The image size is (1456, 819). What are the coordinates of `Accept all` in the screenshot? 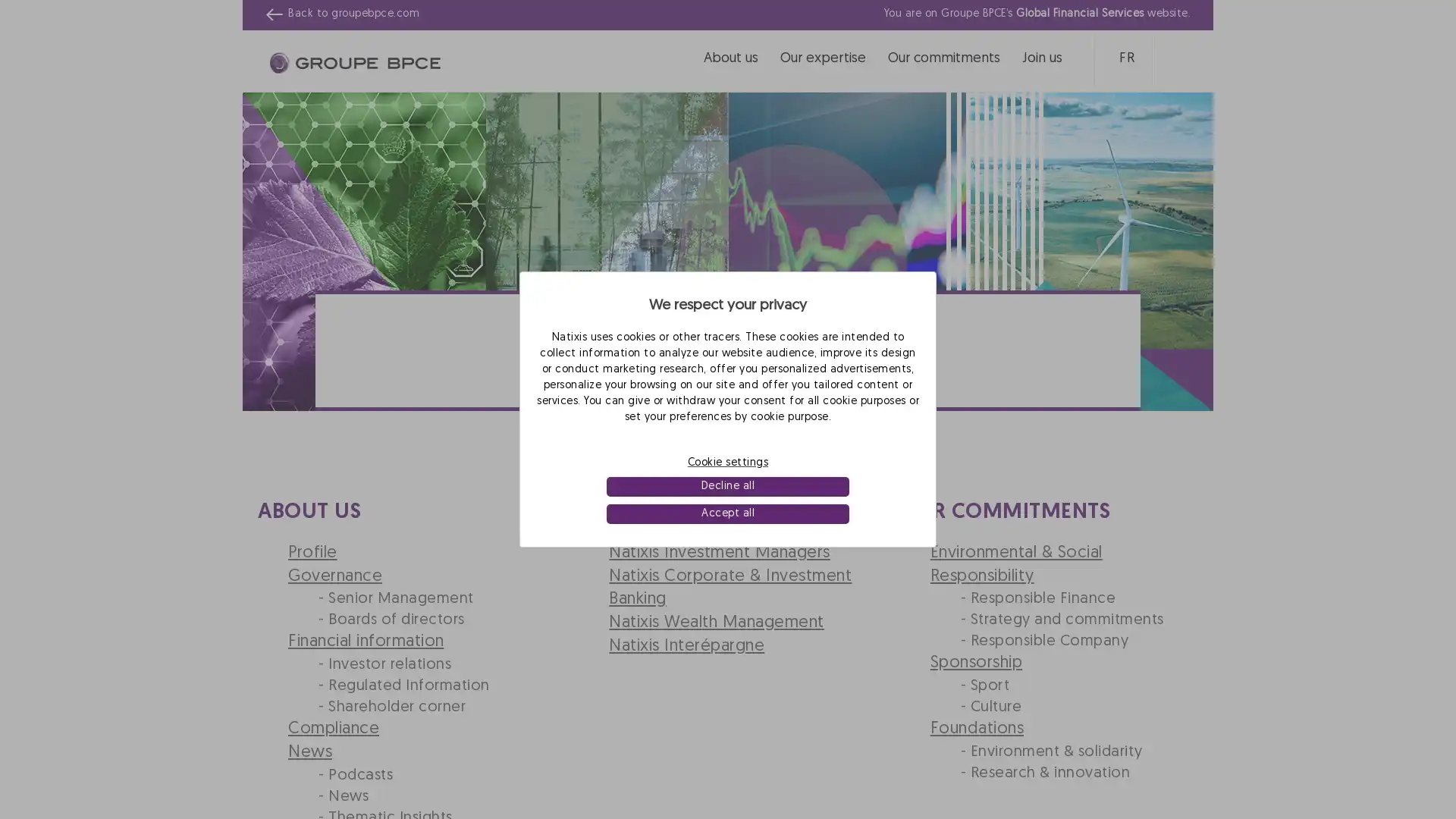 It's located at (726, 513).